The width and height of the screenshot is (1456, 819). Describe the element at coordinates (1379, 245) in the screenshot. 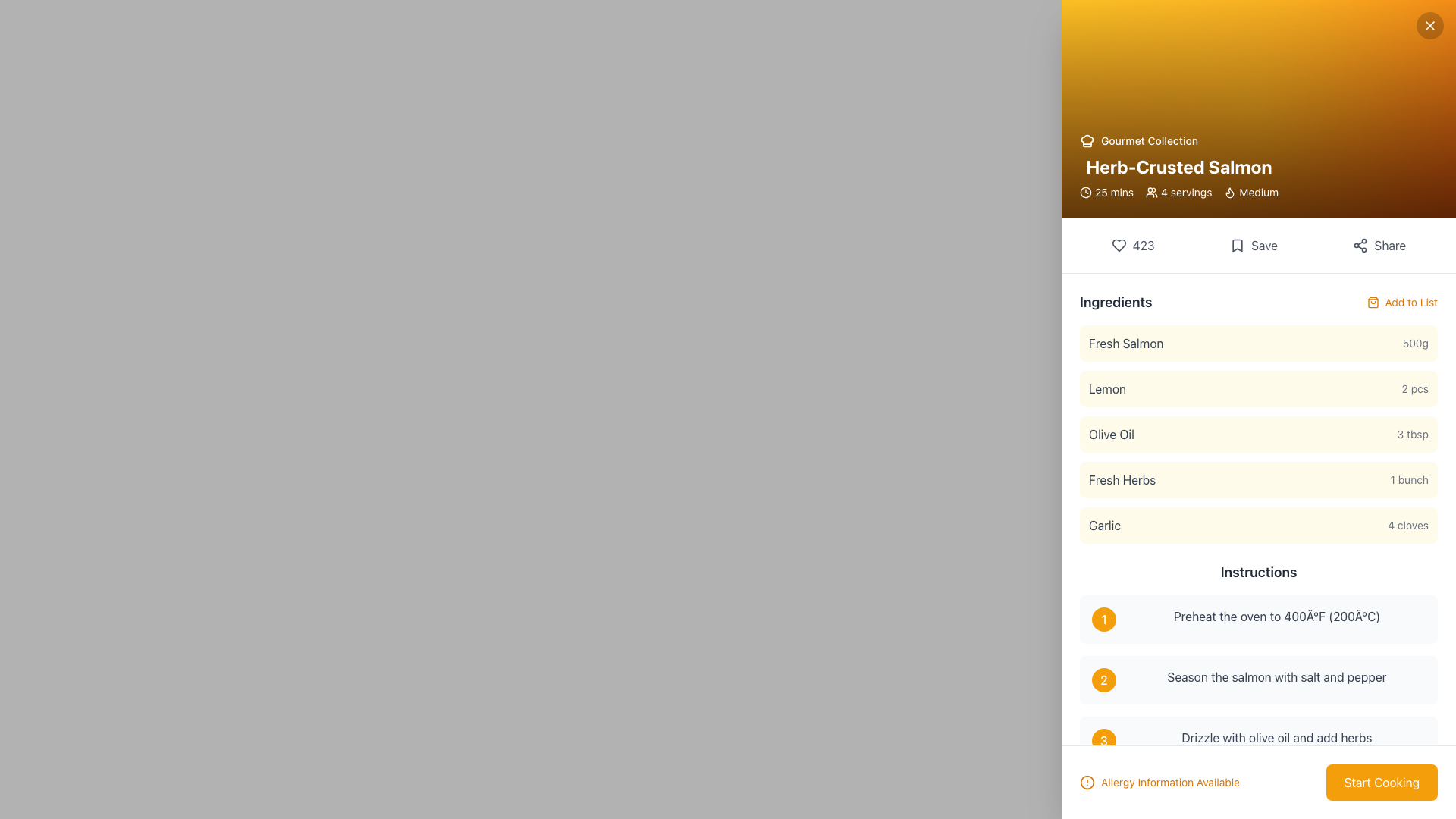

I see `the 'Share' button, which features a three-node graph icon and is styled in subtle gray, located at the top-right section of the interface beneath the recipe title area` at that location.